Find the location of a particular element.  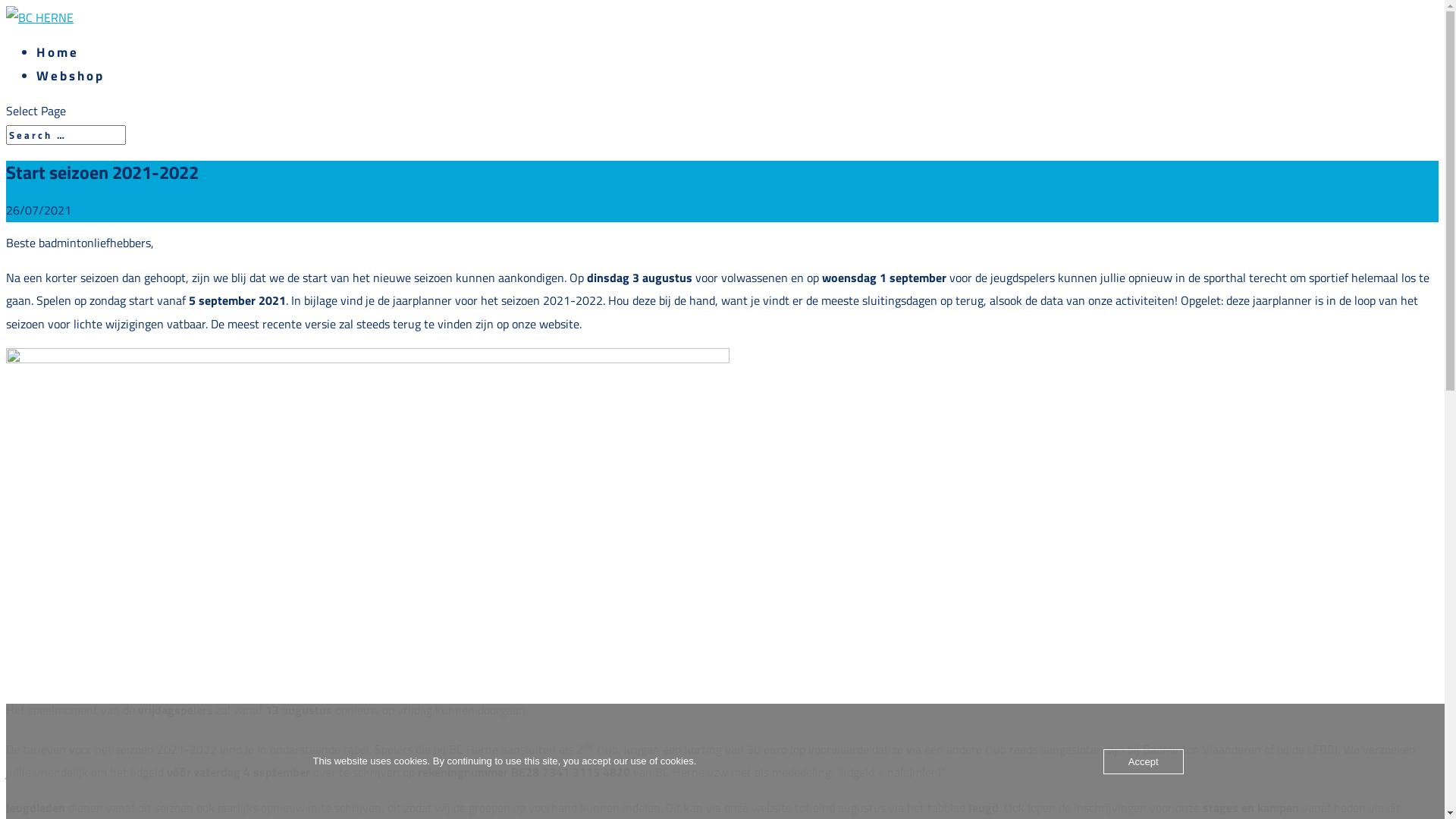

'Webshop' is located at coordinates (36, 76).